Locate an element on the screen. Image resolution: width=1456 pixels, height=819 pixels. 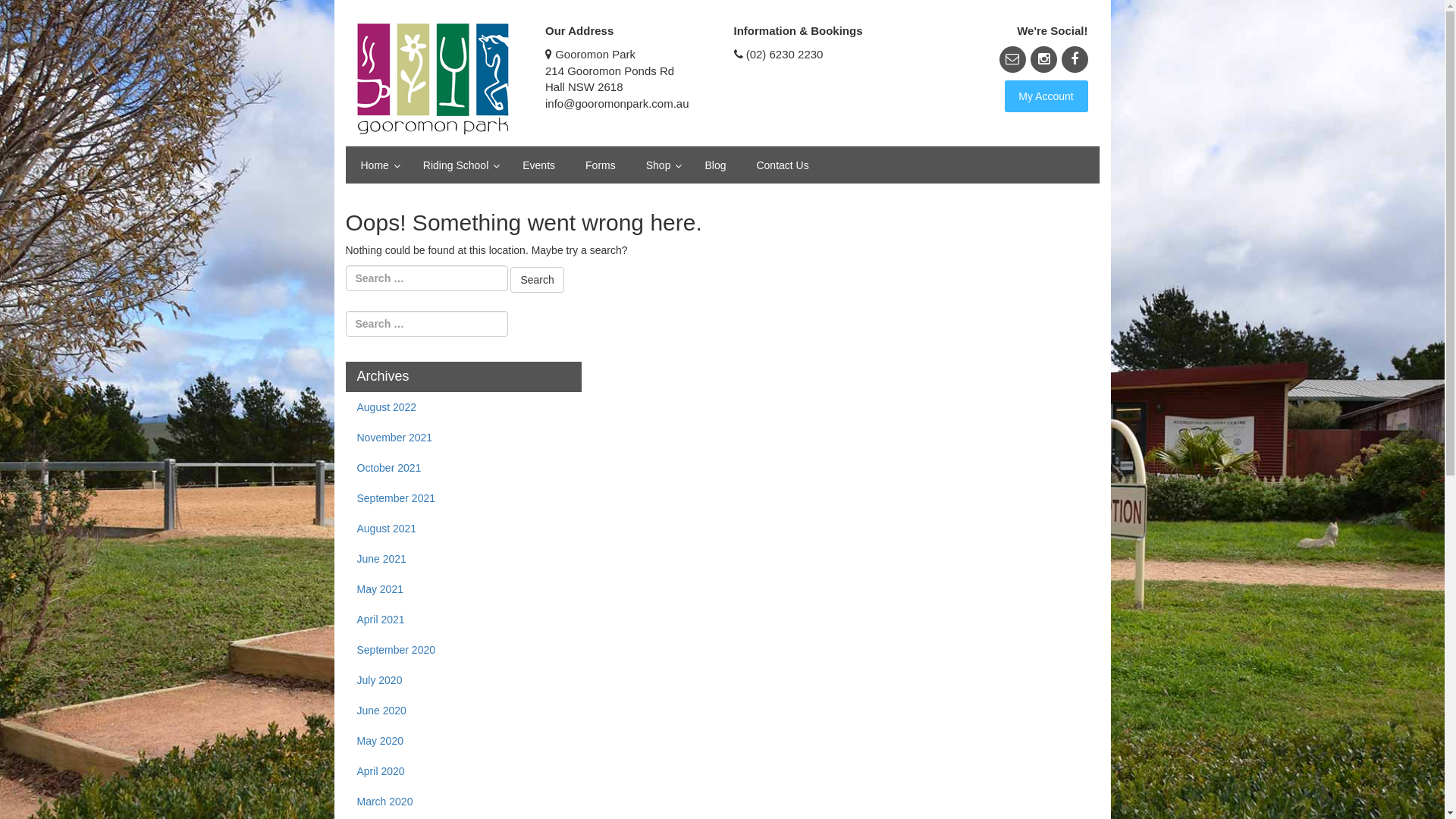
'My Account' is located at coordinates (1044, 96).